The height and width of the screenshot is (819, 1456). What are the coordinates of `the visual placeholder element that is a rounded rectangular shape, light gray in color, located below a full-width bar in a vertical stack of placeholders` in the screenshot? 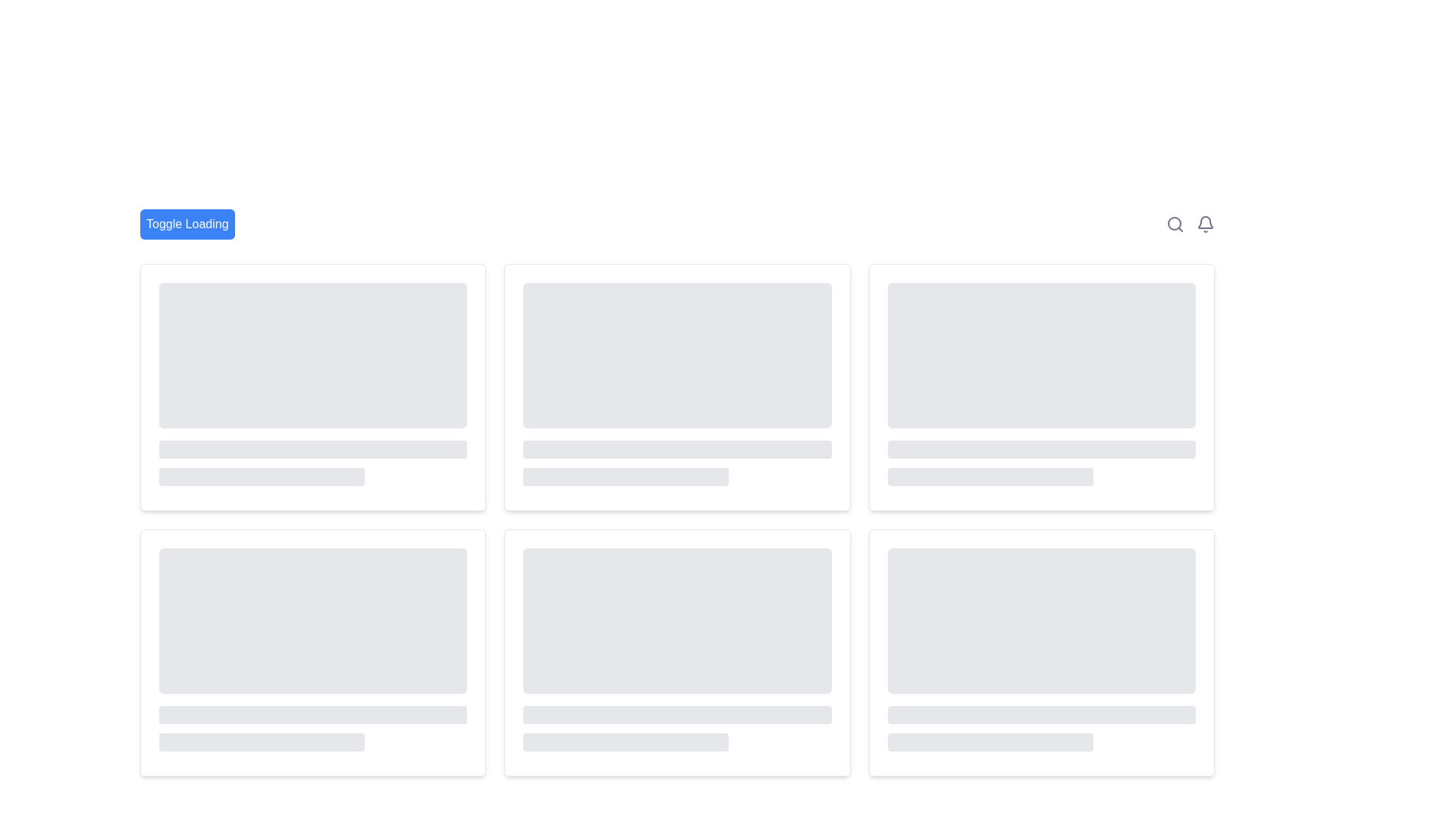 It's located at (626, 742).